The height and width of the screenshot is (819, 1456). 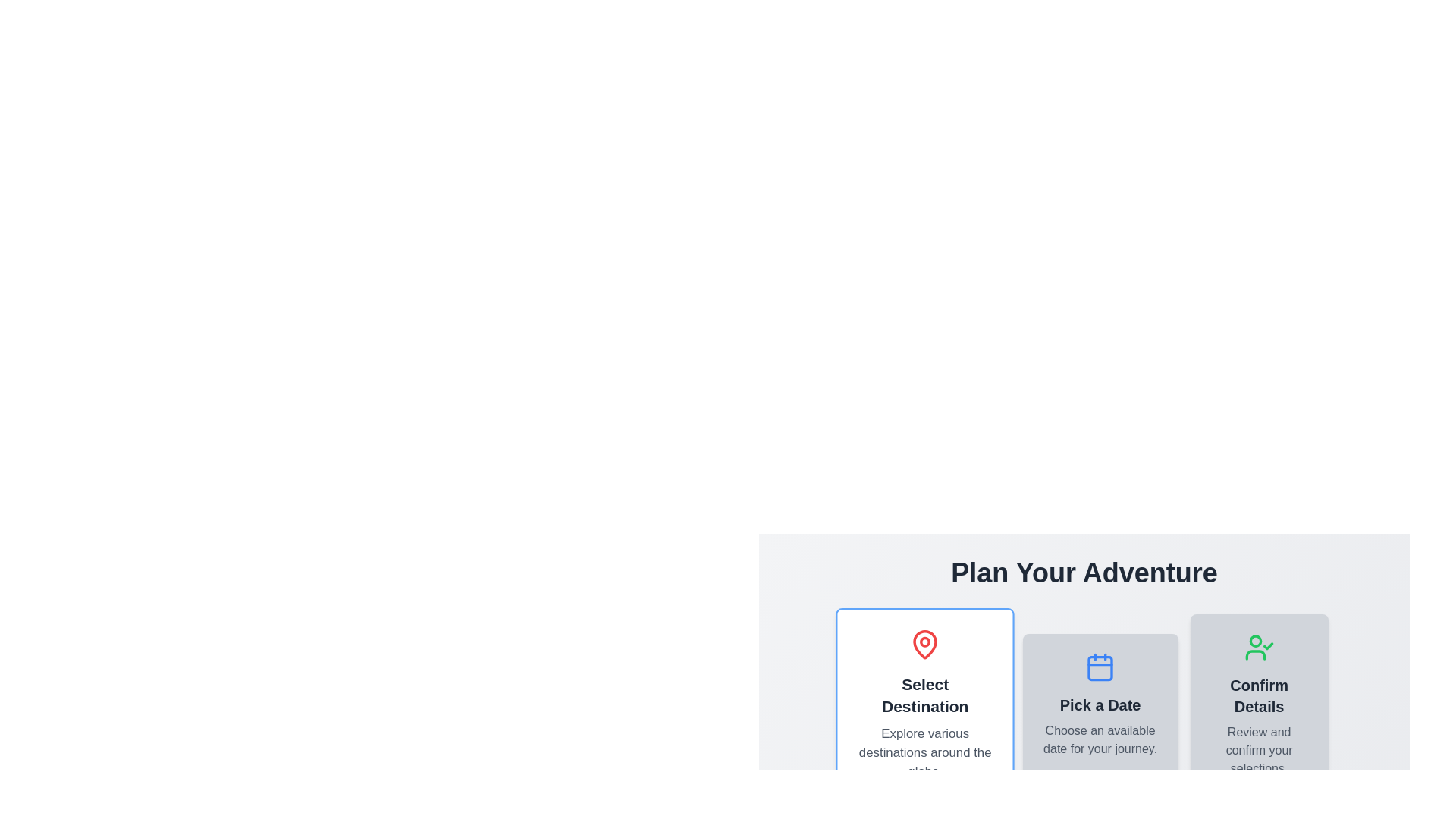 I want to click on the third card in the horizontal list, which serves as a choice card for confirming and reviewing selections, so click(x=1259, y=704).